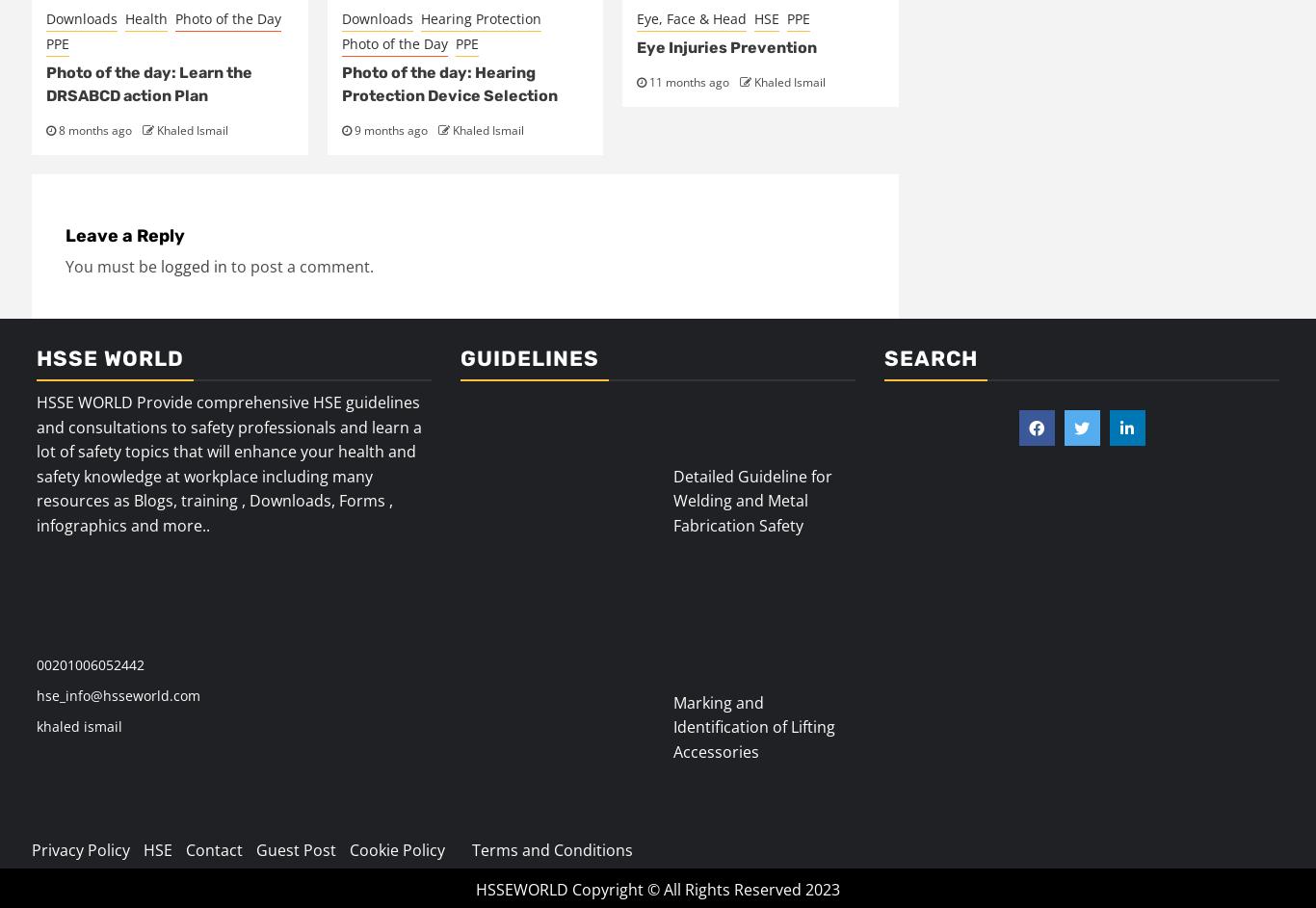 The width and height of the screenshot is (1316, 908). What do you see at coordinates (551, 850) in the screenshot?
I see `'Terms and Conditions'` at bounding box center [551, 850].